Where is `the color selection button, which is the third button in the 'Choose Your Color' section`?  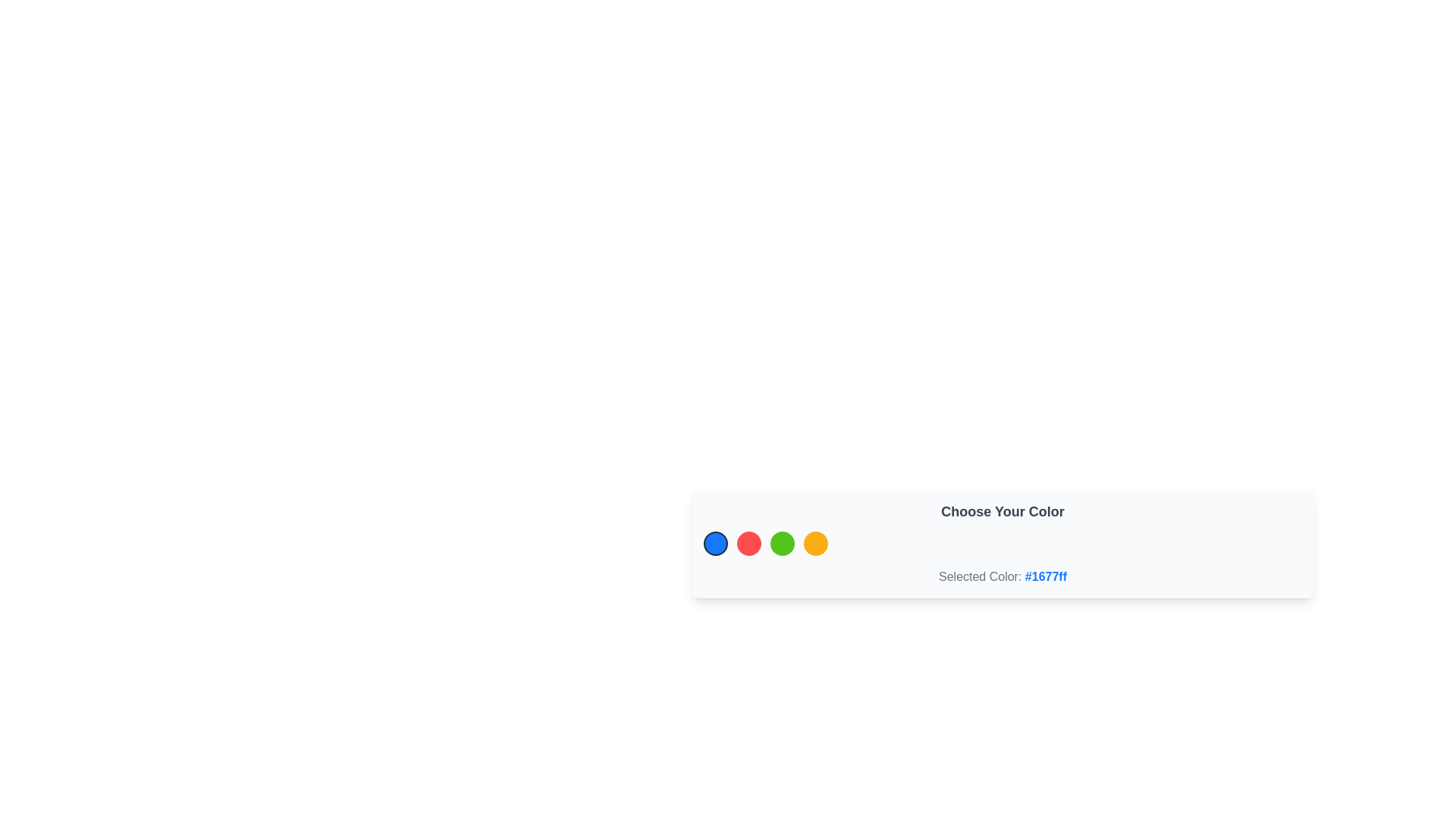
the color selection button, which is the third button in the 'Choose Your Color' section is located at coordinates (783, 543).